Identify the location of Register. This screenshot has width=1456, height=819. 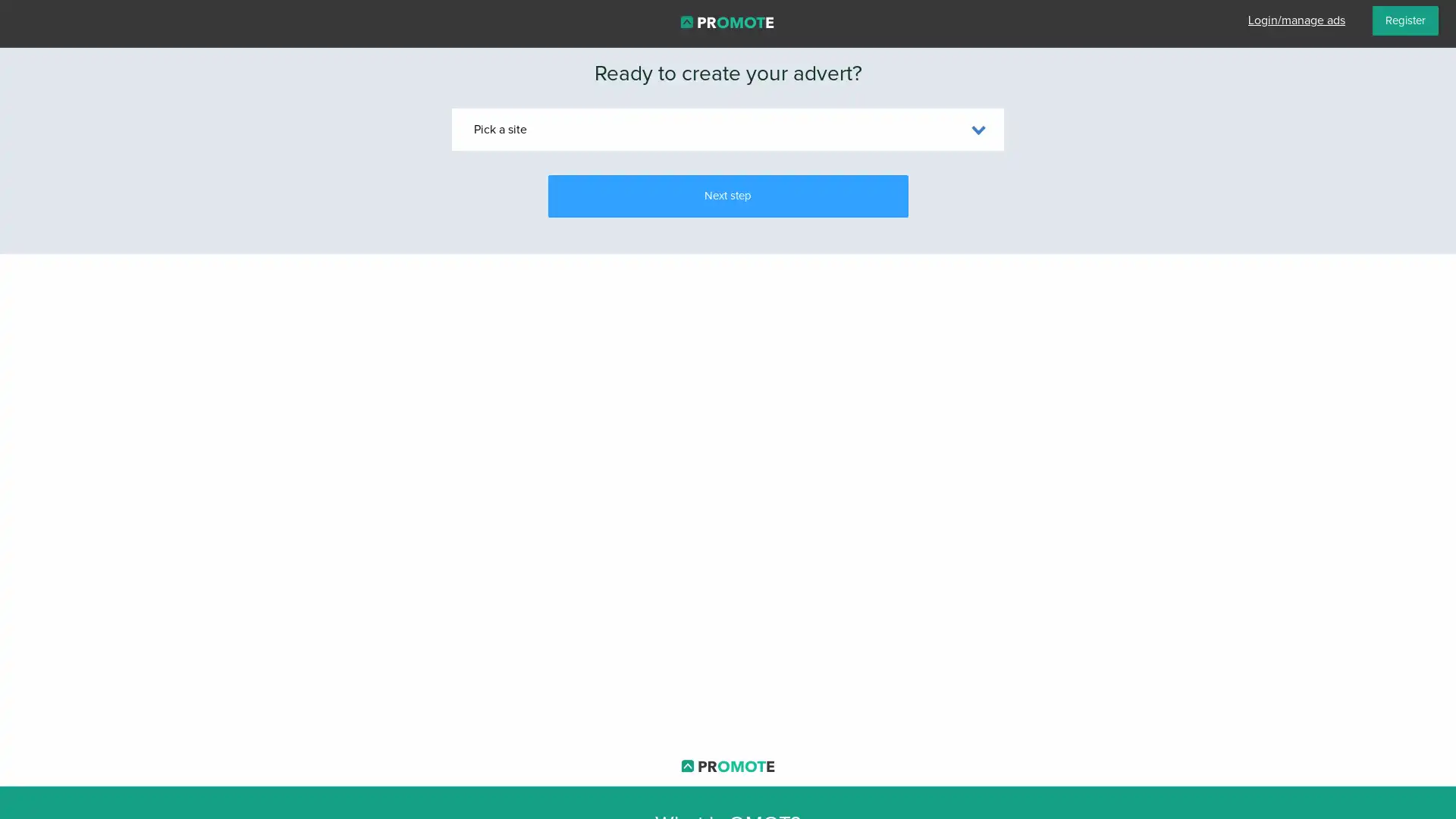
(1404, 20).